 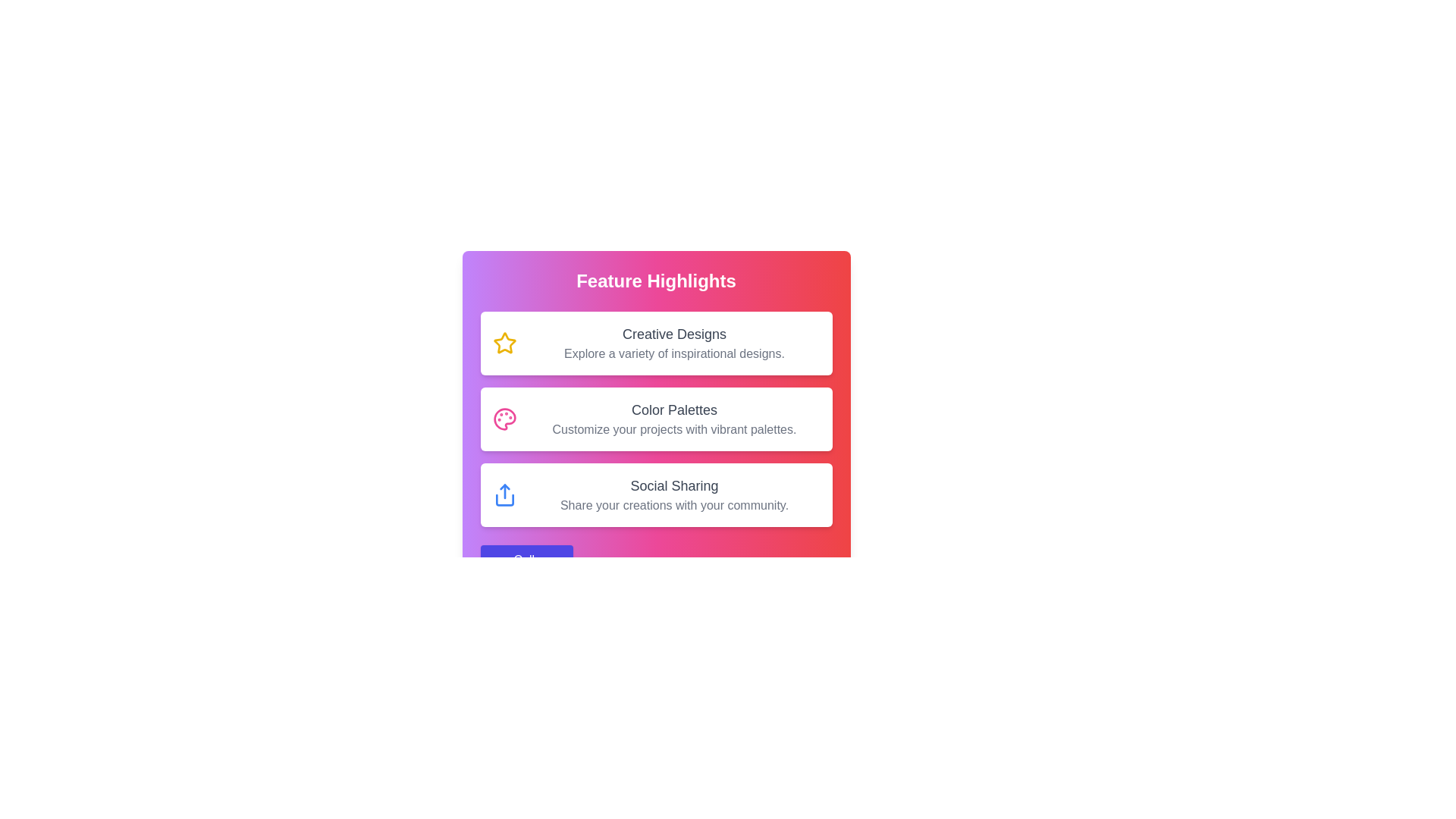 I want to click on the List of informational cards, which is a vertically aligned list with three sections featuring icons, titles, and descriptions, located beneath the 'Feature Highlights' header, so click(x=656, y=419).